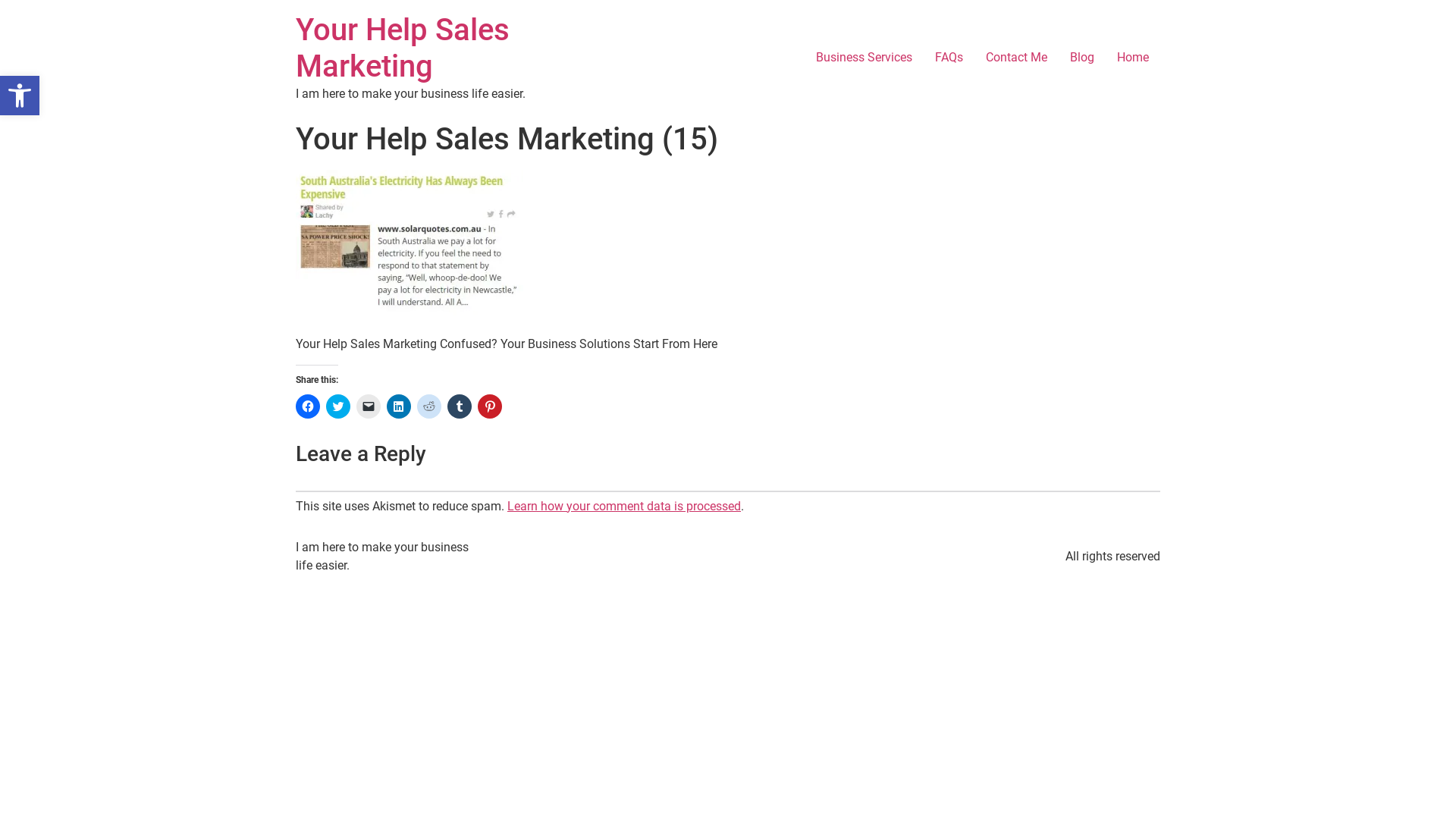 This screenshot has height=819, width=1456. I want to click on 'Blog', so click(1081, 57).